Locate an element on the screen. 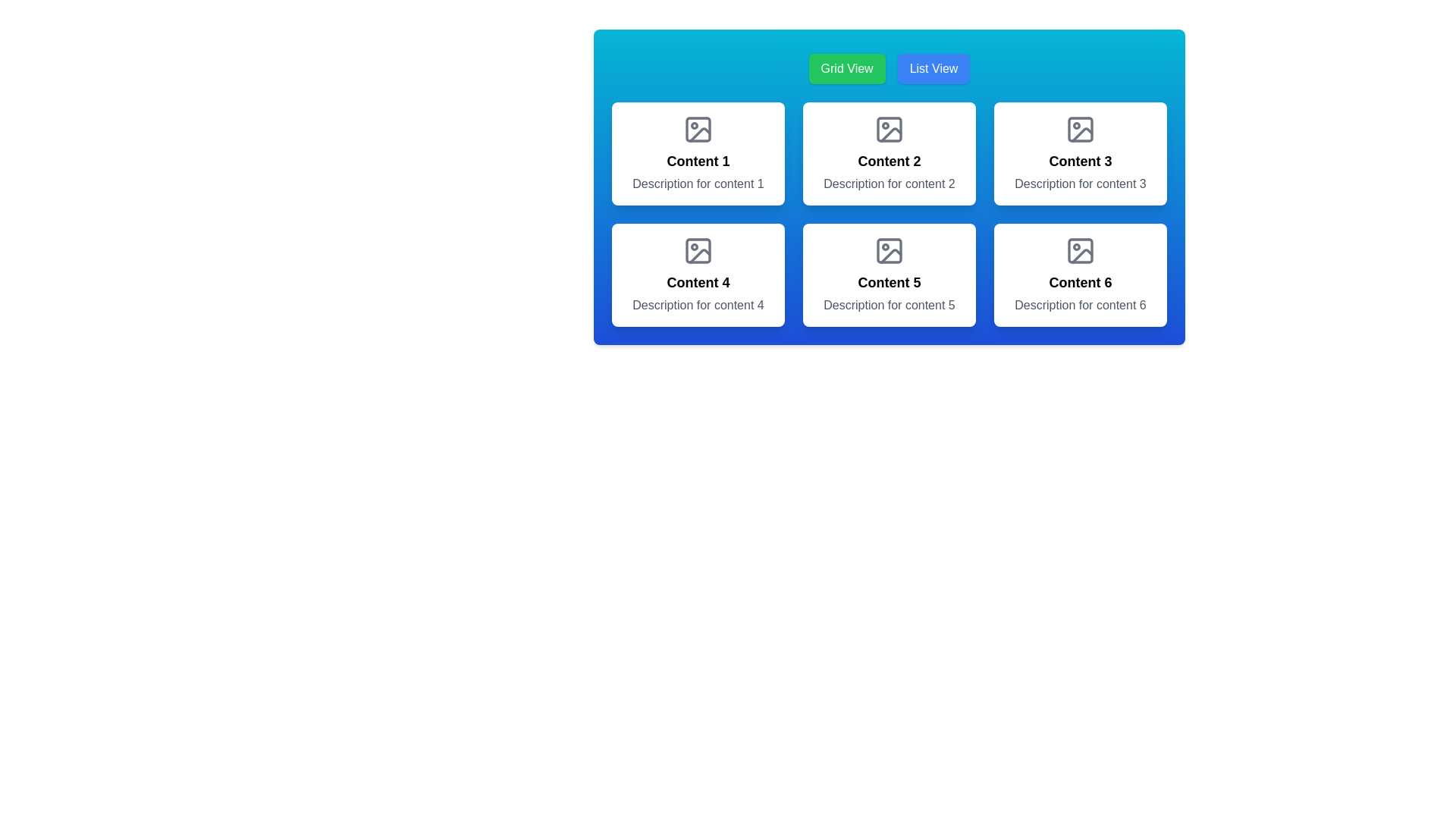 Image resolution: width=1456 pixels, height=819 pixels. the text label 'Content 6', which is a bold and large-sized heading is located at coordinates (1080, 283).